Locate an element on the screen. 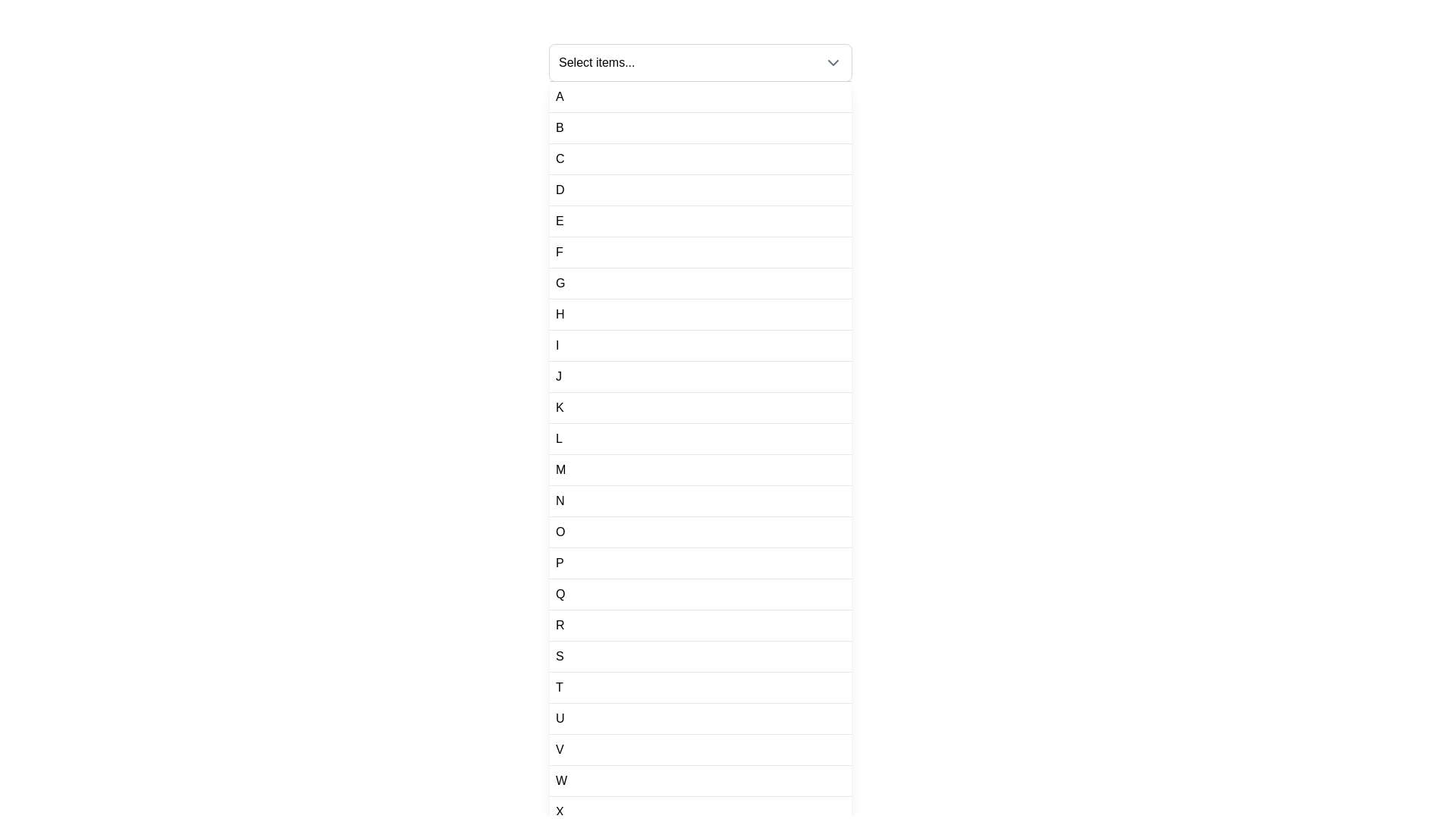 The width and height of the screenshot is (1456, 819). the selectable list item displaying the character 'V', which is the 22nd item in the vertical list is located at coordinates (700, 748).